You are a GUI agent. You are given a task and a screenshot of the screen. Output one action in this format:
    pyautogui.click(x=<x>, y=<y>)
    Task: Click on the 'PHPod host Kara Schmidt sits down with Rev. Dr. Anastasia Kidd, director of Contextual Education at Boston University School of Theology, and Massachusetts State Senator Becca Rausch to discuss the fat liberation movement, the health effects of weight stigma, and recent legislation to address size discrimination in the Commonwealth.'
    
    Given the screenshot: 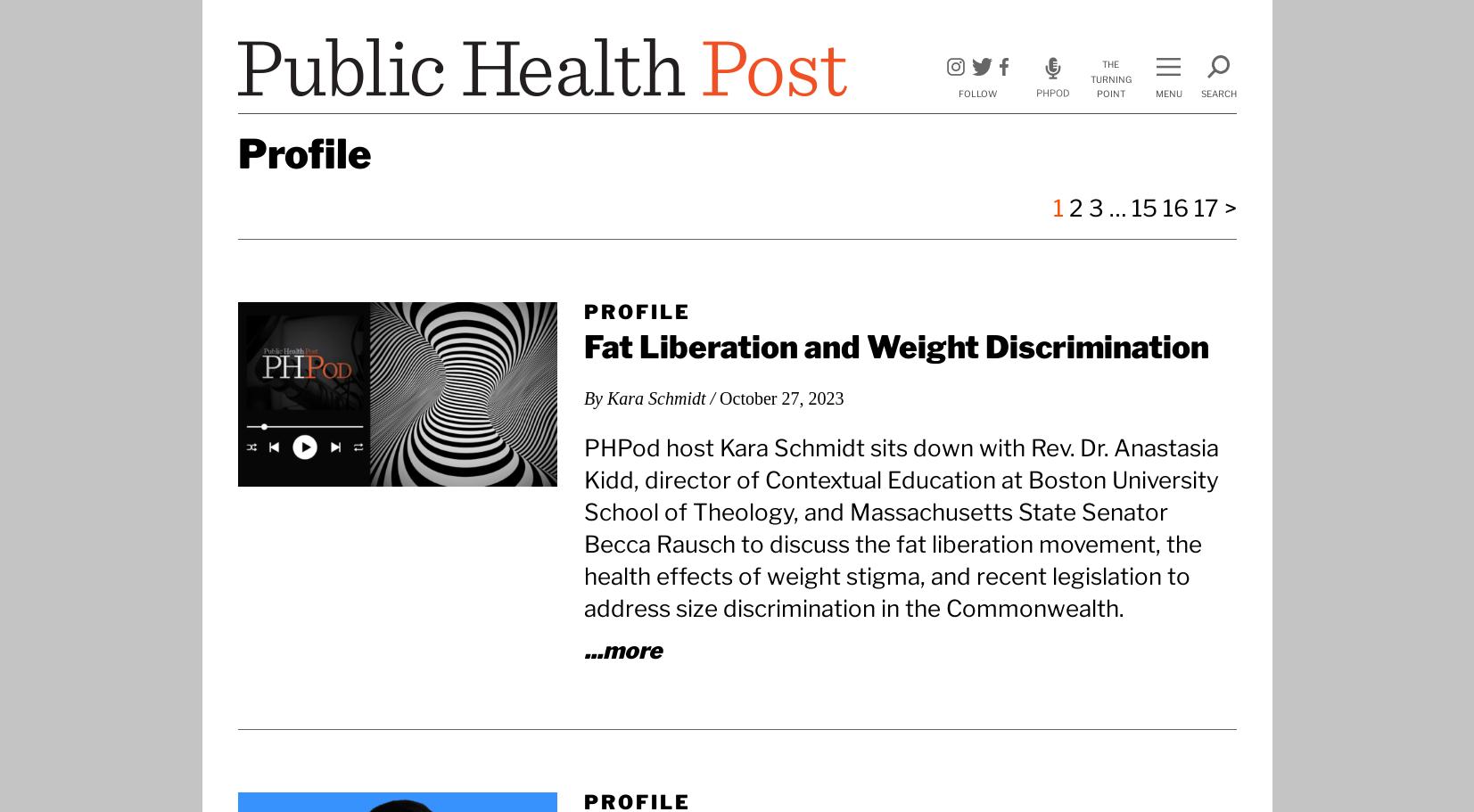 What is the action you would take?
    pyautogui.click(x=581, y=527)
    